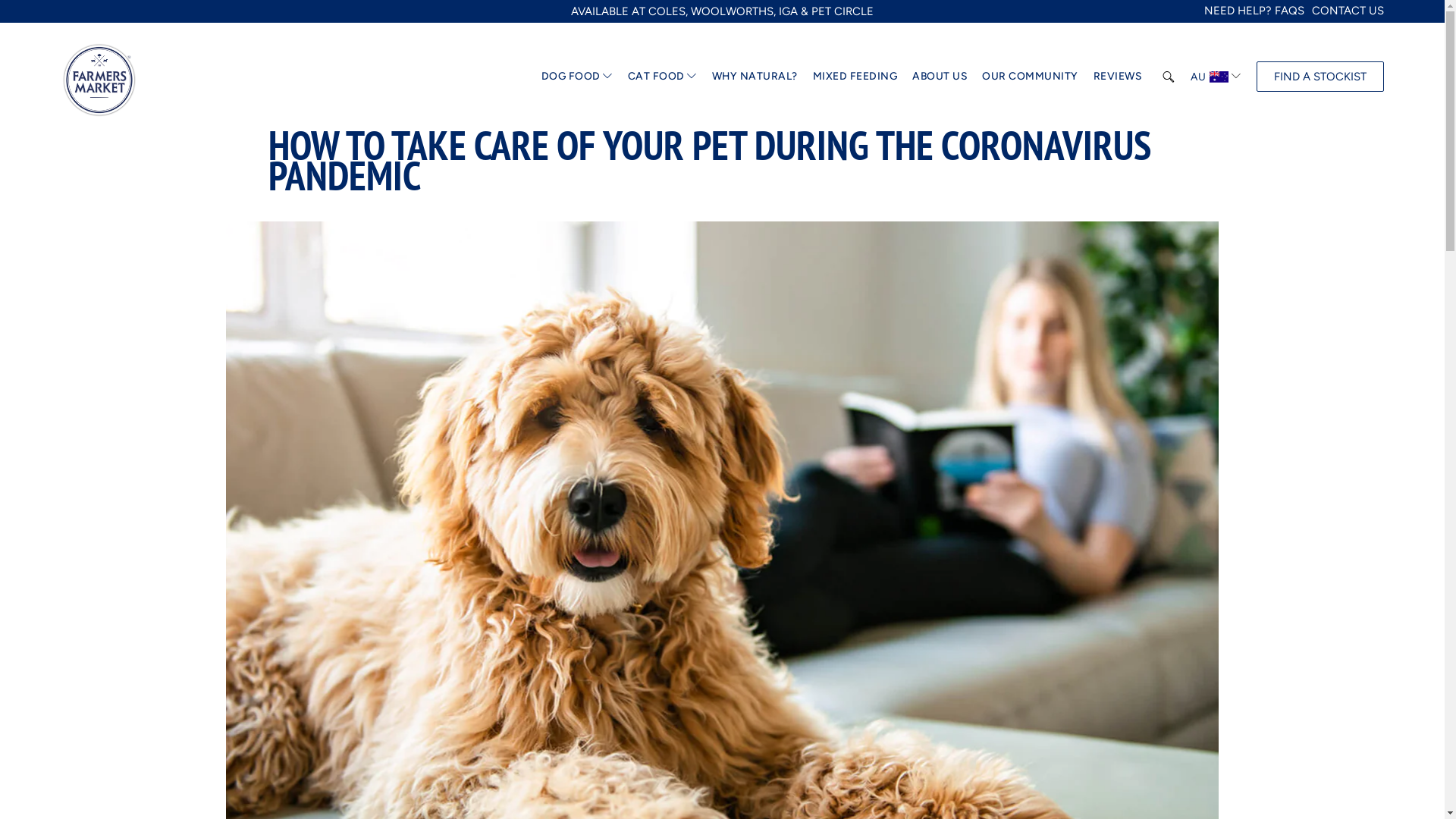 Image resolution: width=1456 pixels, height=819 pixels. I want to click on 'DOG FOOD', so click(570, 76).